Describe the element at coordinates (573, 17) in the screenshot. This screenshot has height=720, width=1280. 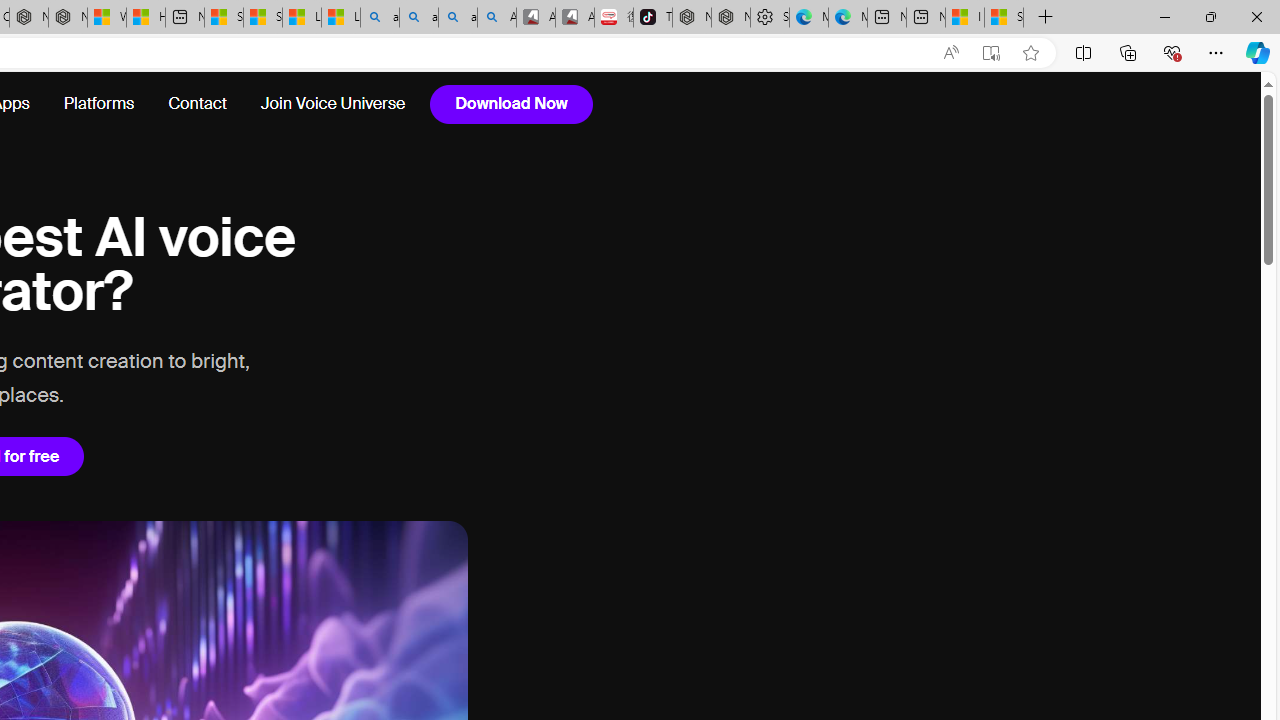
I see `'All Cubot phones'` at that location.